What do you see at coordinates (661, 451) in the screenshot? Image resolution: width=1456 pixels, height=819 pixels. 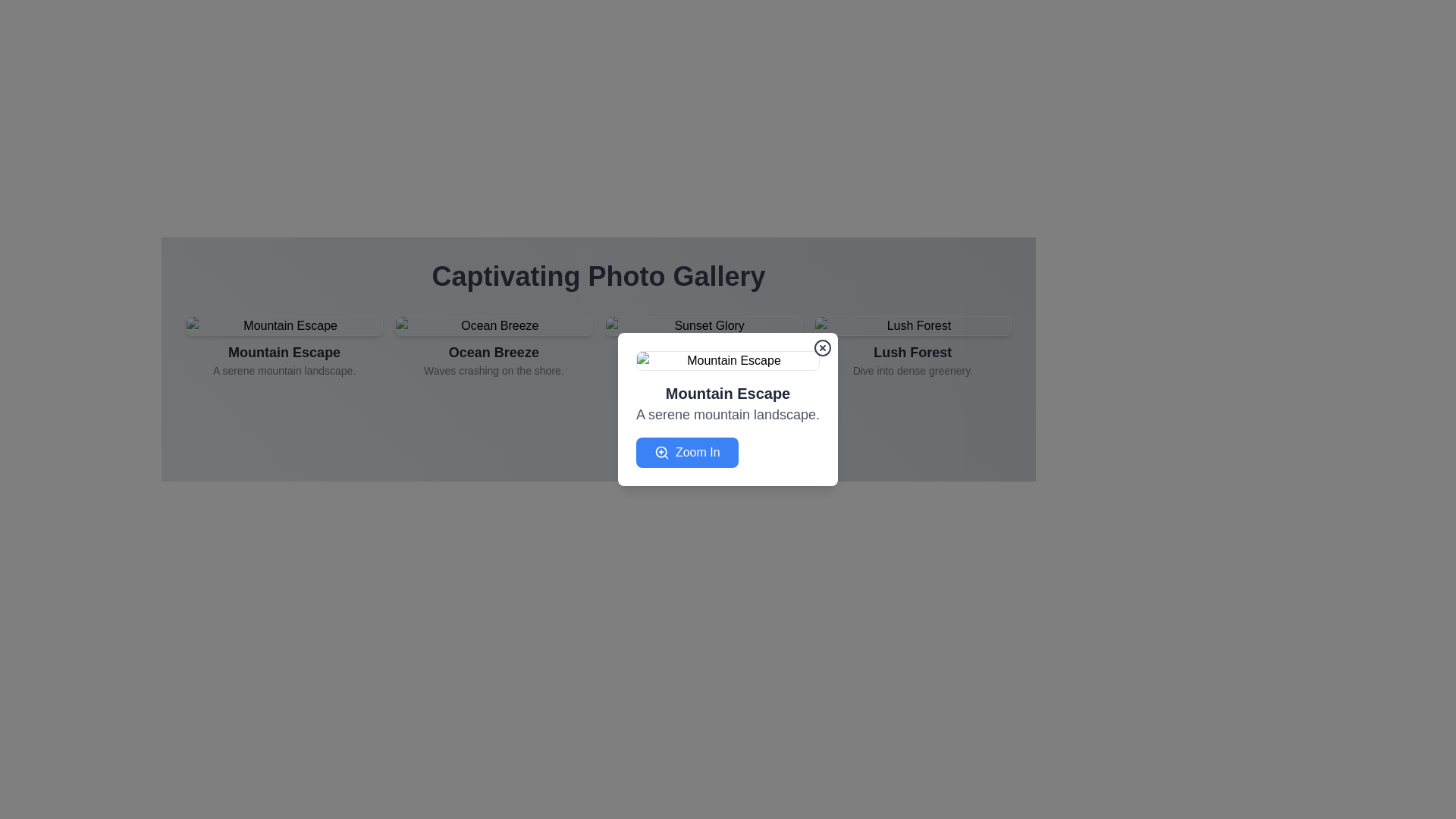 I see `the circular SVG graphic element that resembles part of a magnifying glass interface` at bounding box center [661, 451].